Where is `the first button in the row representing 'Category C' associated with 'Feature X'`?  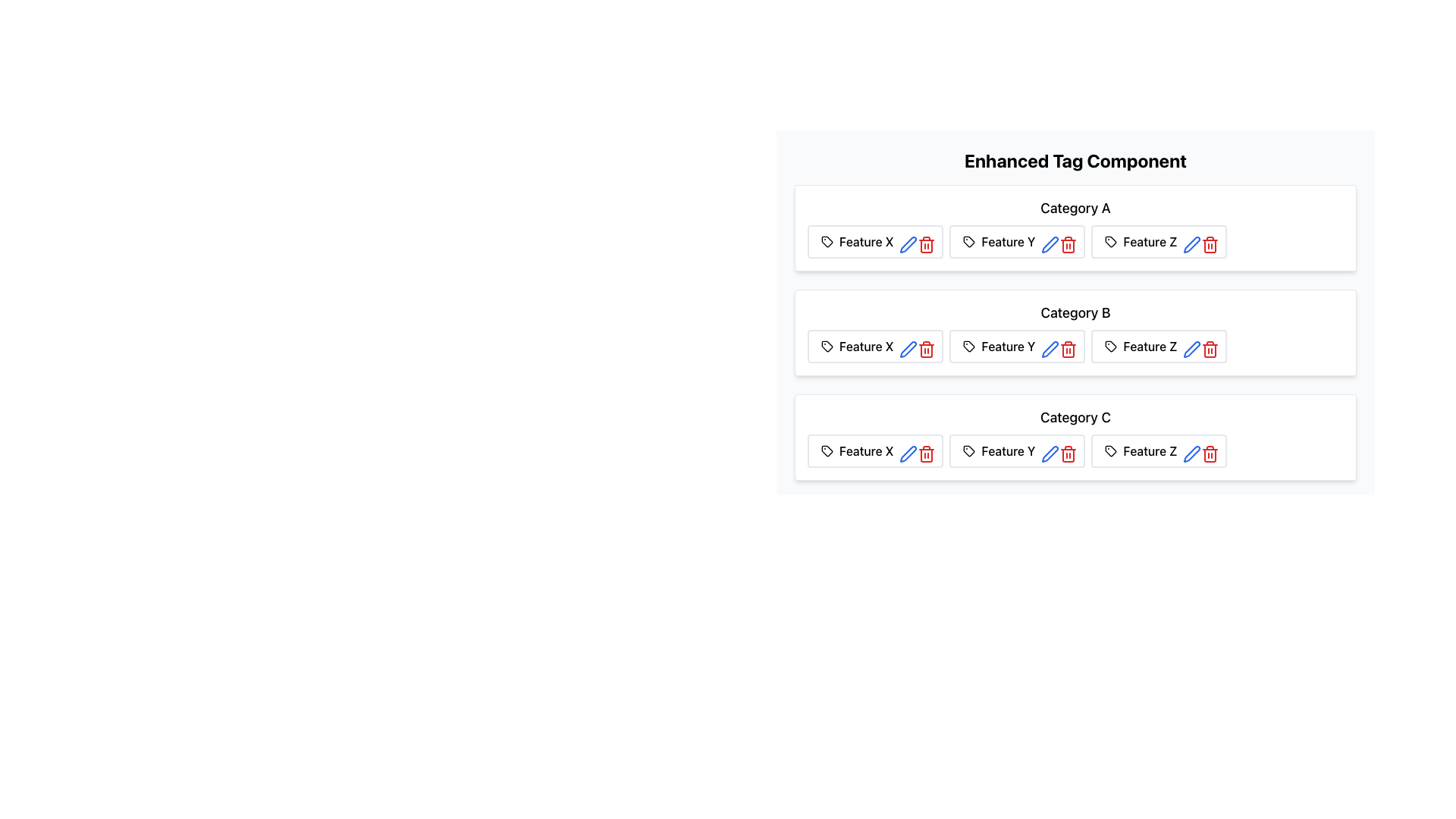 the first button in the row representing 'Category C' associated with 'Feature X' is located at coordinates (875, 450).